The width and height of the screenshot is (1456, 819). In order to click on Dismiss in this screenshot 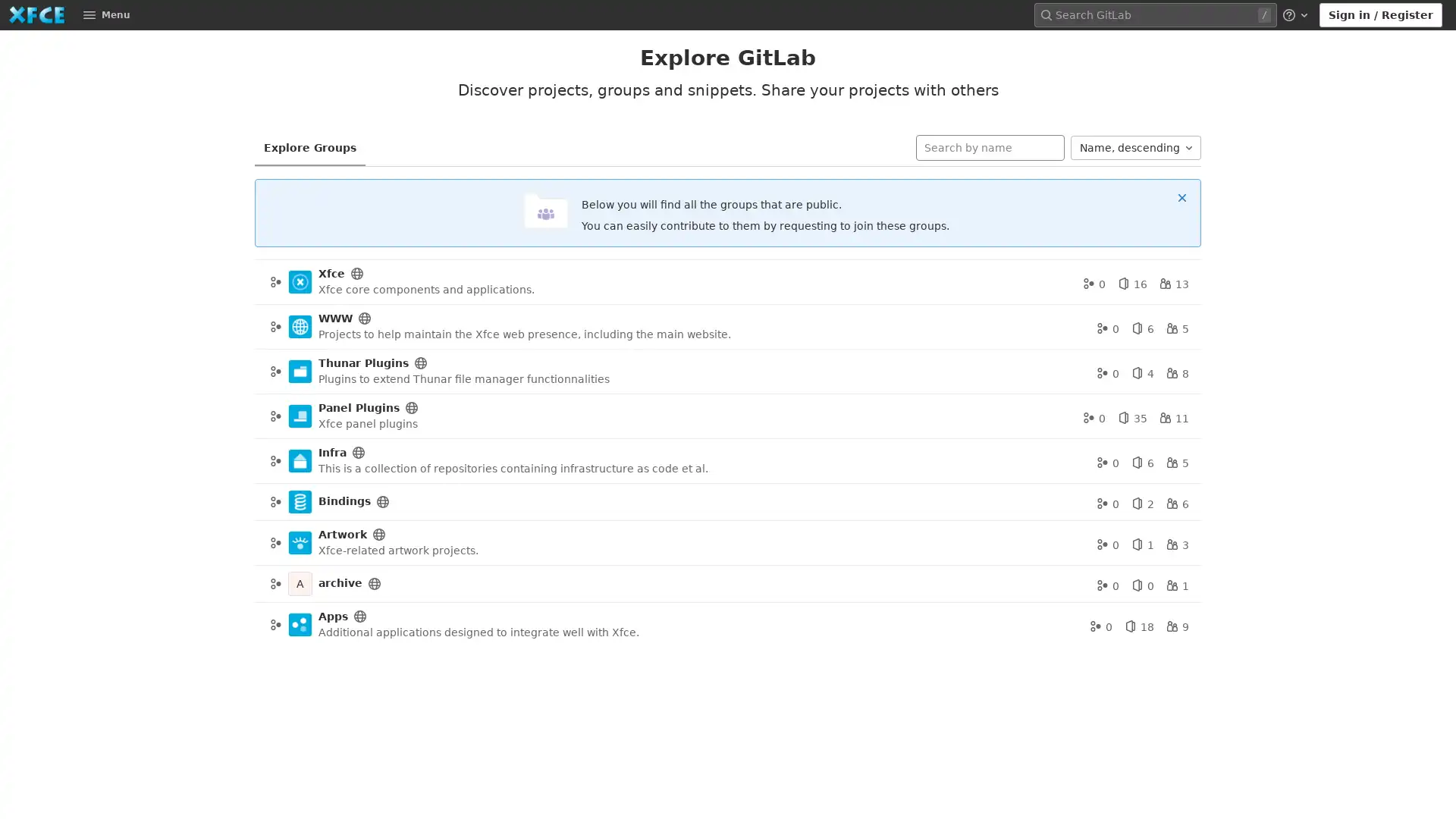, I will do `click(1181, 196)`.